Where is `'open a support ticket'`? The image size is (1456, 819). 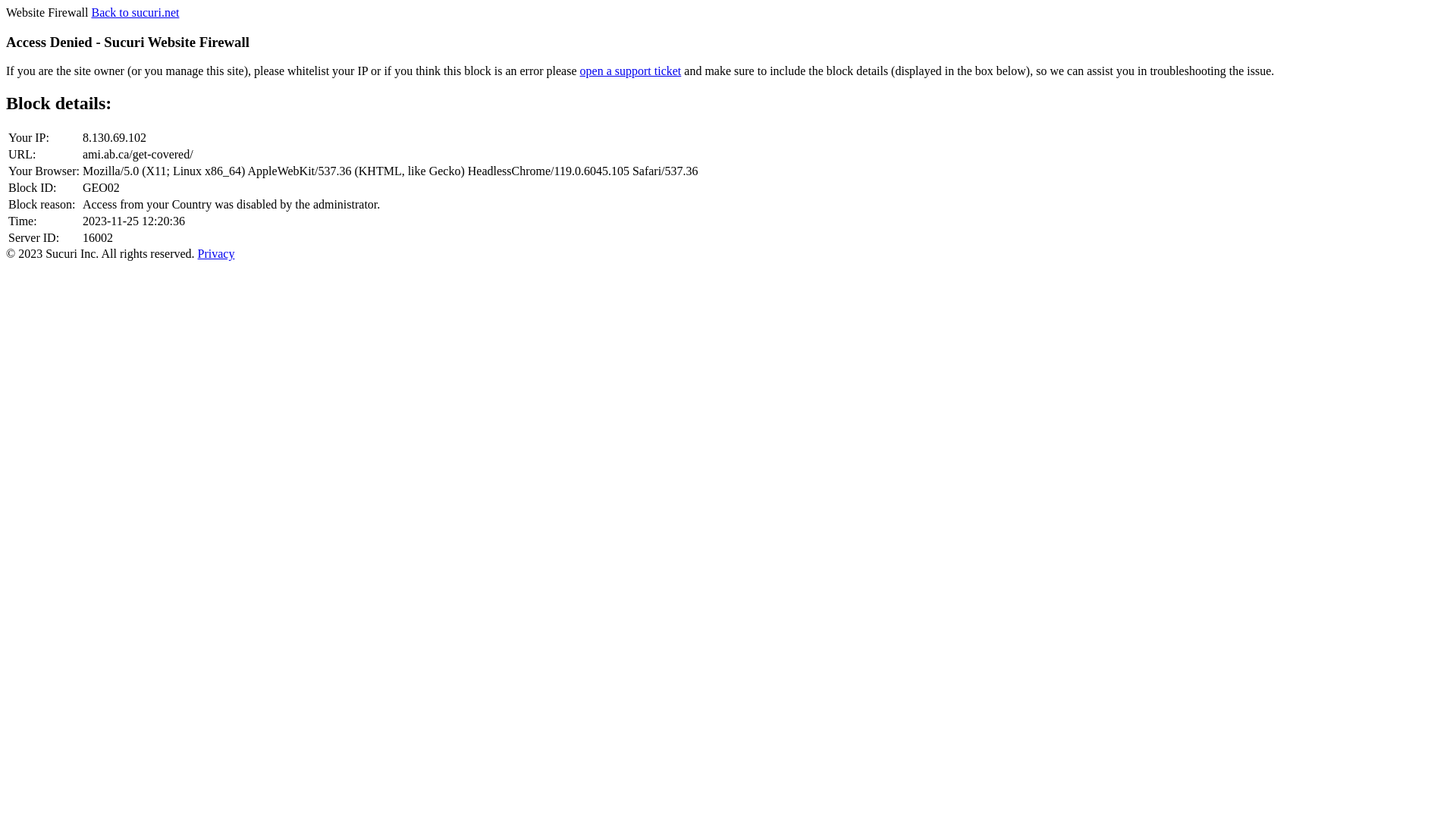
'open a support ticket' is located at coordinates (630, 71).